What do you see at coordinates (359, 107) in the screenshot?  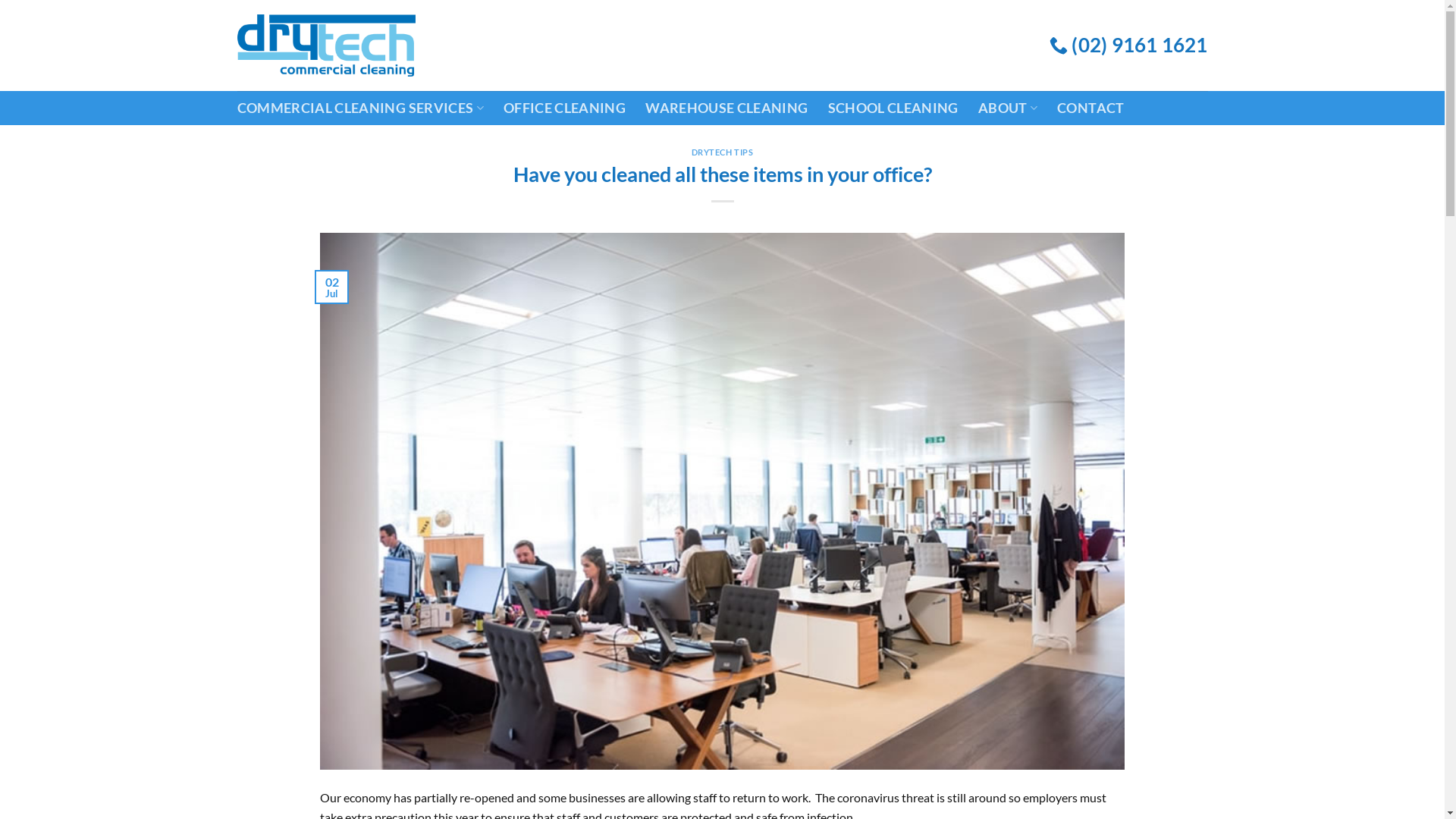 I see `'COMMERCIAL CLEANING SERVICES'` at bounding box center [359, 107].